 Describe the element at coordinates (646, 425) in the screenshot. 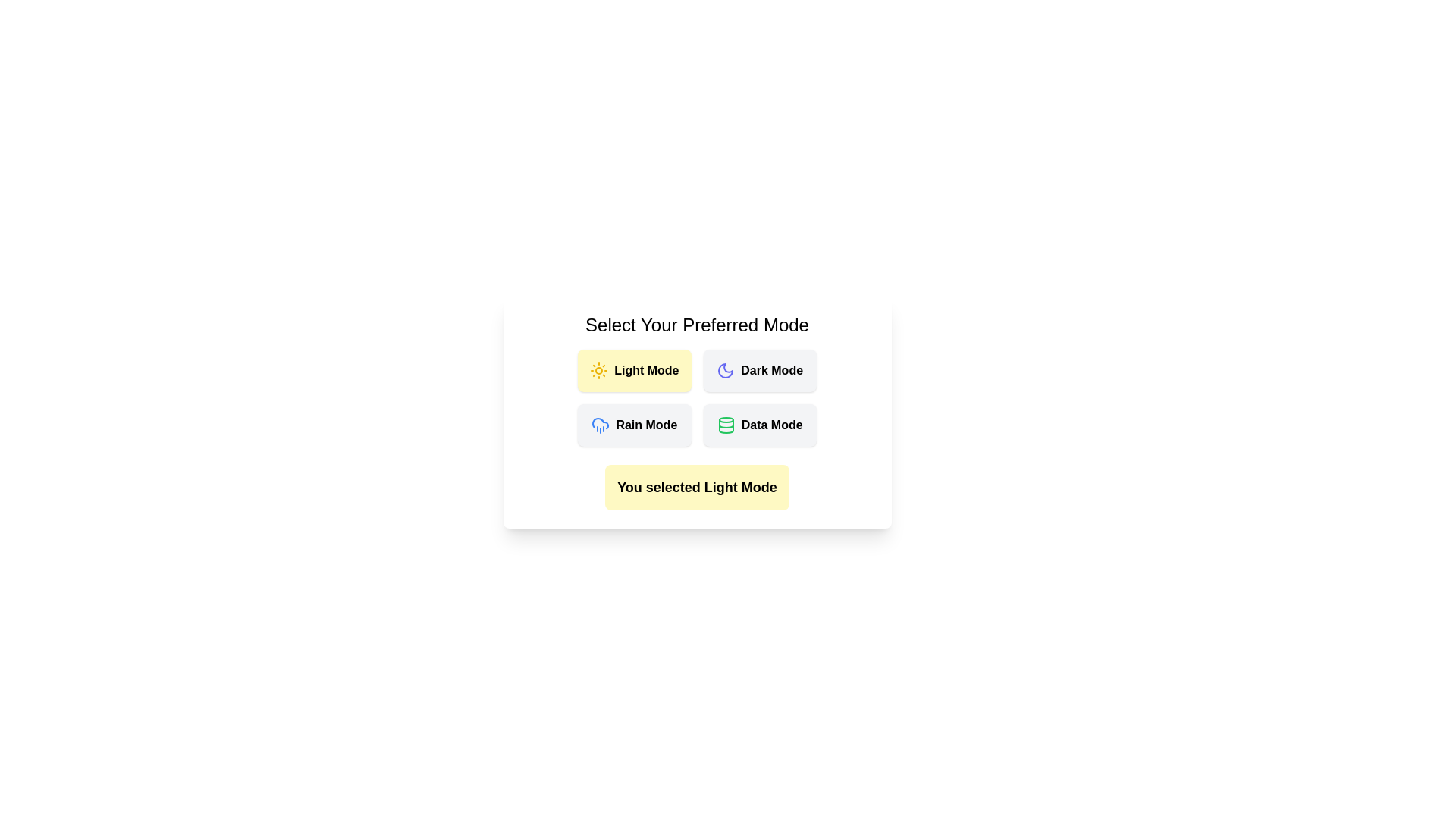

I see `the 'Rain Mode' selection button, which is labeled with the text 'Rain Mode' and located adjacent to a cloud and rain icon, to make a selection` at that location.